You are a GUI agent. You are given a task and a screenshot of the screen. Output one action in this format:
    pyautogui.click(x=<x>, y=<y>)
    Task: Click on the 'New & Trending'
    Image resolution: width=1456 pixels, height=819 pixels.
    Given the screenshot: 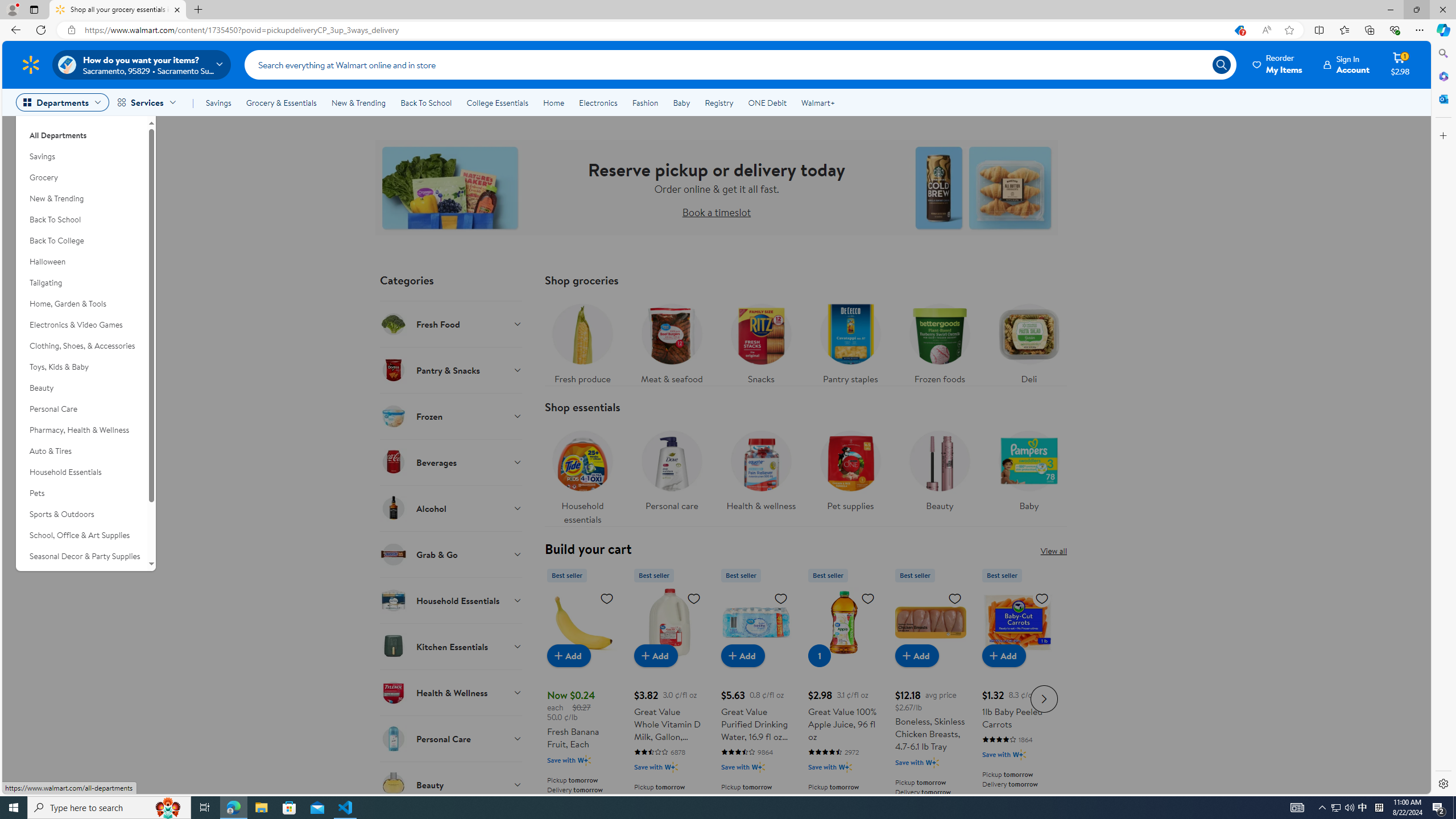 What is the action you would take?
    pyautogui.click(x=359, y=102)
    